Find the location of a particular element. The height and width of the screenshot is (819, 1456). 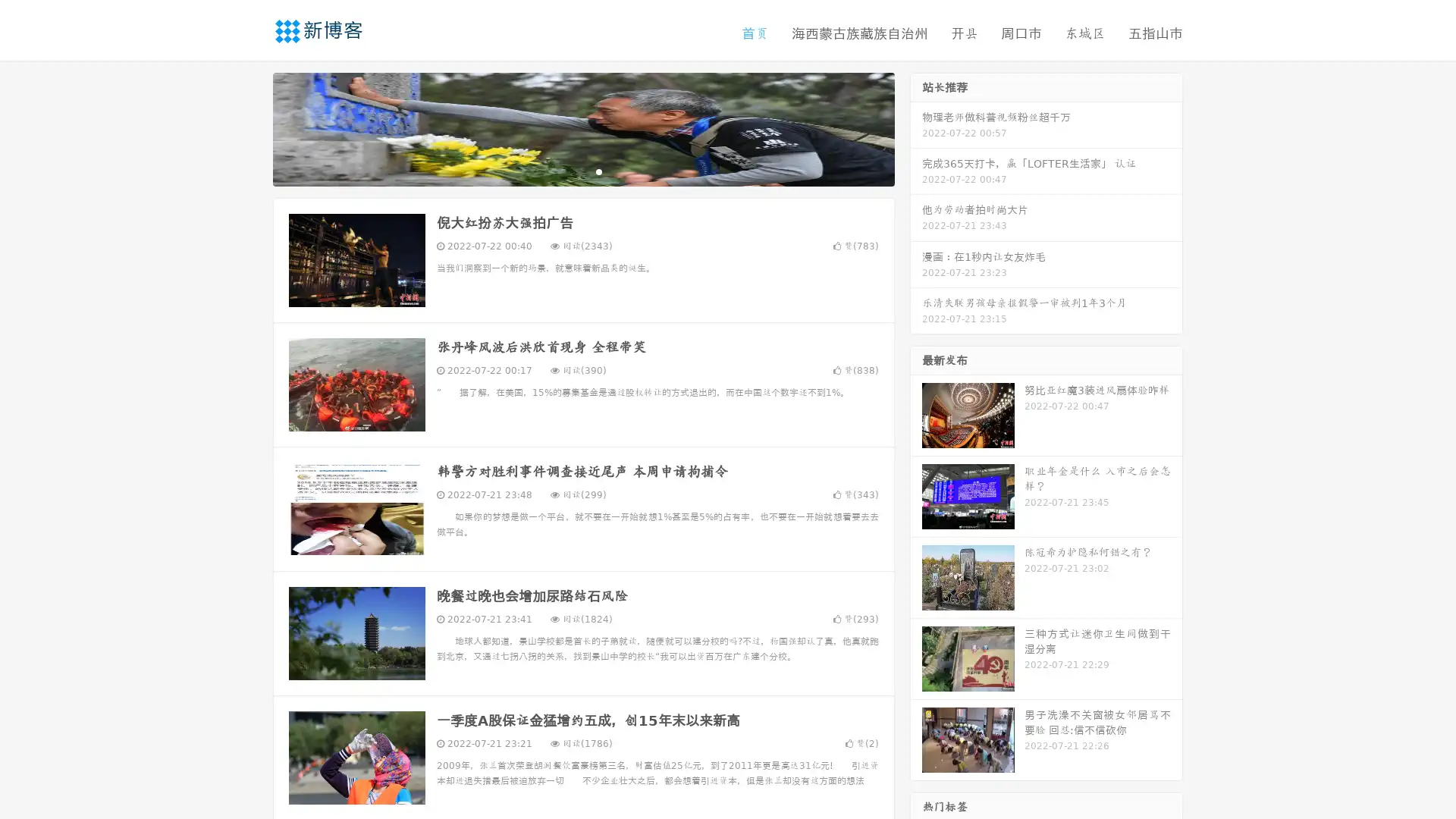

Go to slide 3 is located at coordinates (598, 171).